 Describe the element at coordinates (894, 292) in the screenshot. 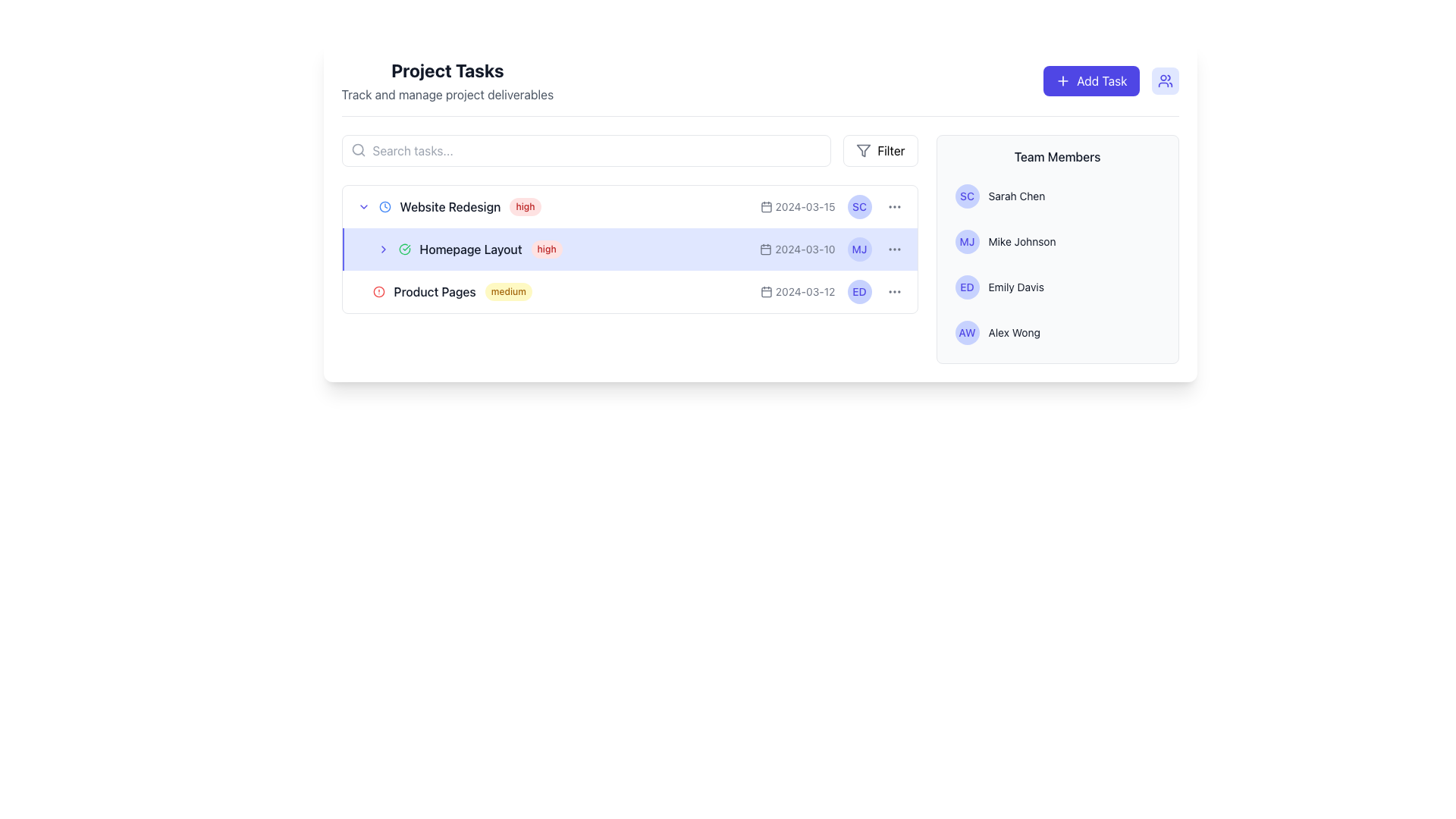

I see `the ellipsis button located at the bottom-right corner of the 'Product Pages' task under the 'Team Members' column` at that location.